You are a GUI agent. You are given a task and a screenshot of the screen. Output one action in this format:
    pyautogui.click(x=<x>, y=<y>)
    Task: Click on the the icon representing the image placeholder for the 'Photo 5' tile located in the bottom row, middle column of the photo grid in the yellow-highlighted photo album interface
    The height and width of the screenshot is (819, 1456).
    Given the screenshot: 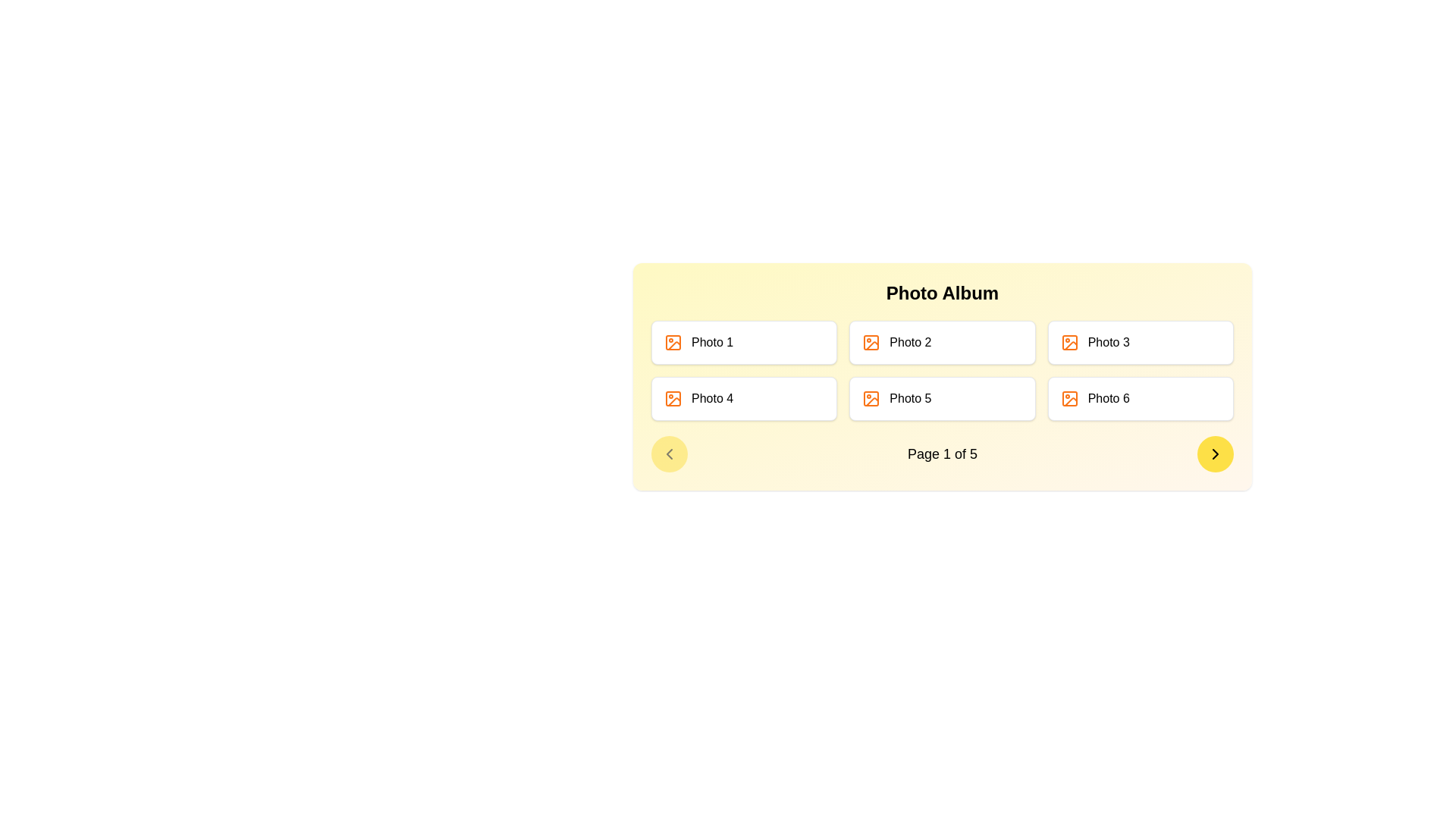 What is the action you would take?
    pyautogui.click(x=872, y=401)
    